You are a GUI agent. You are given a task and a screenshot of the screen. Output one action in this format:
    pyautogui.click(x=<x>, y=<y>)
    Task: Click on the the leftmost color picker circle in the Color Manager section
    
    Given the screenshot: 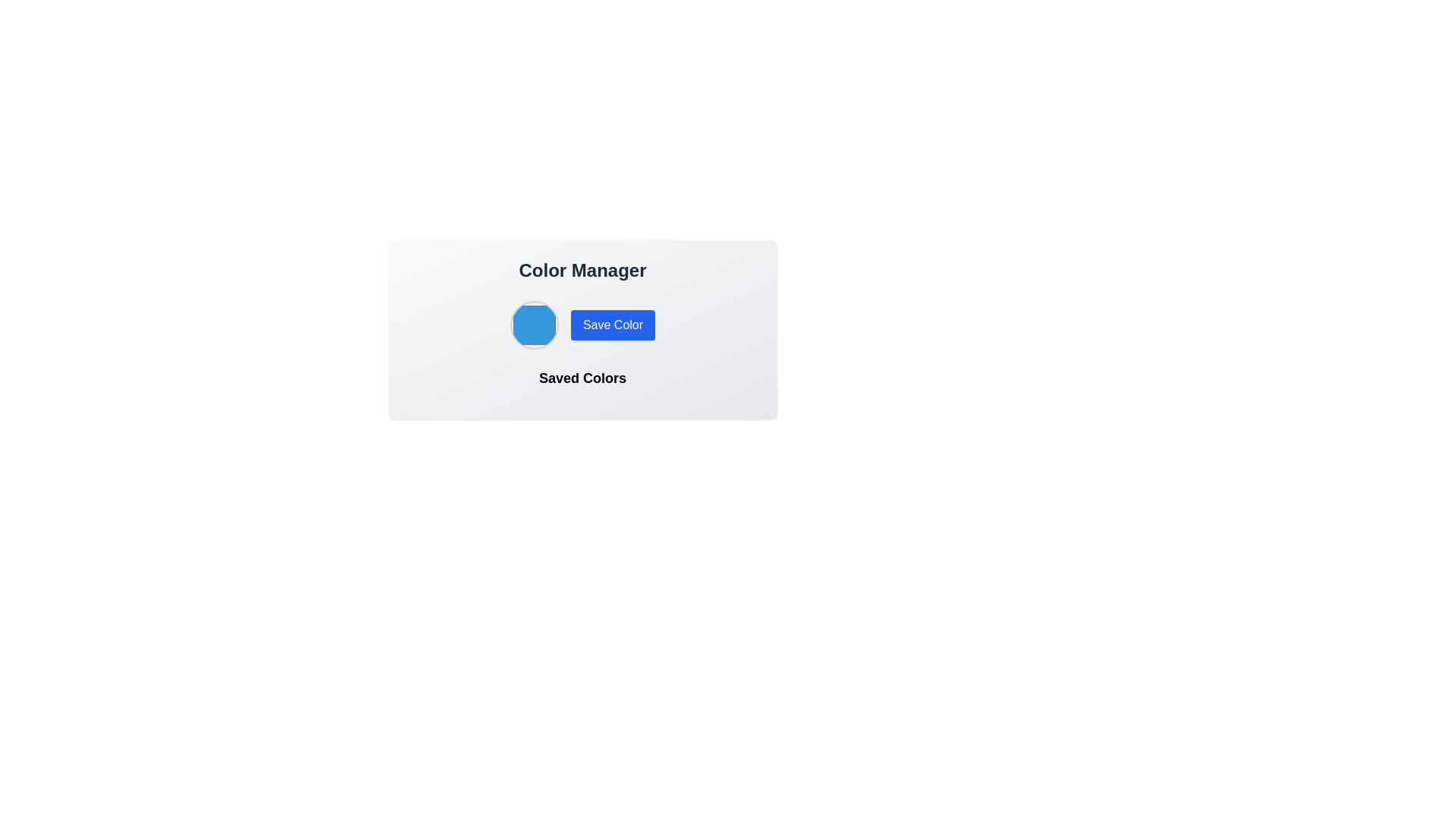 What is the action you would take?
    pyautogui.click(x=534, y=324)
    